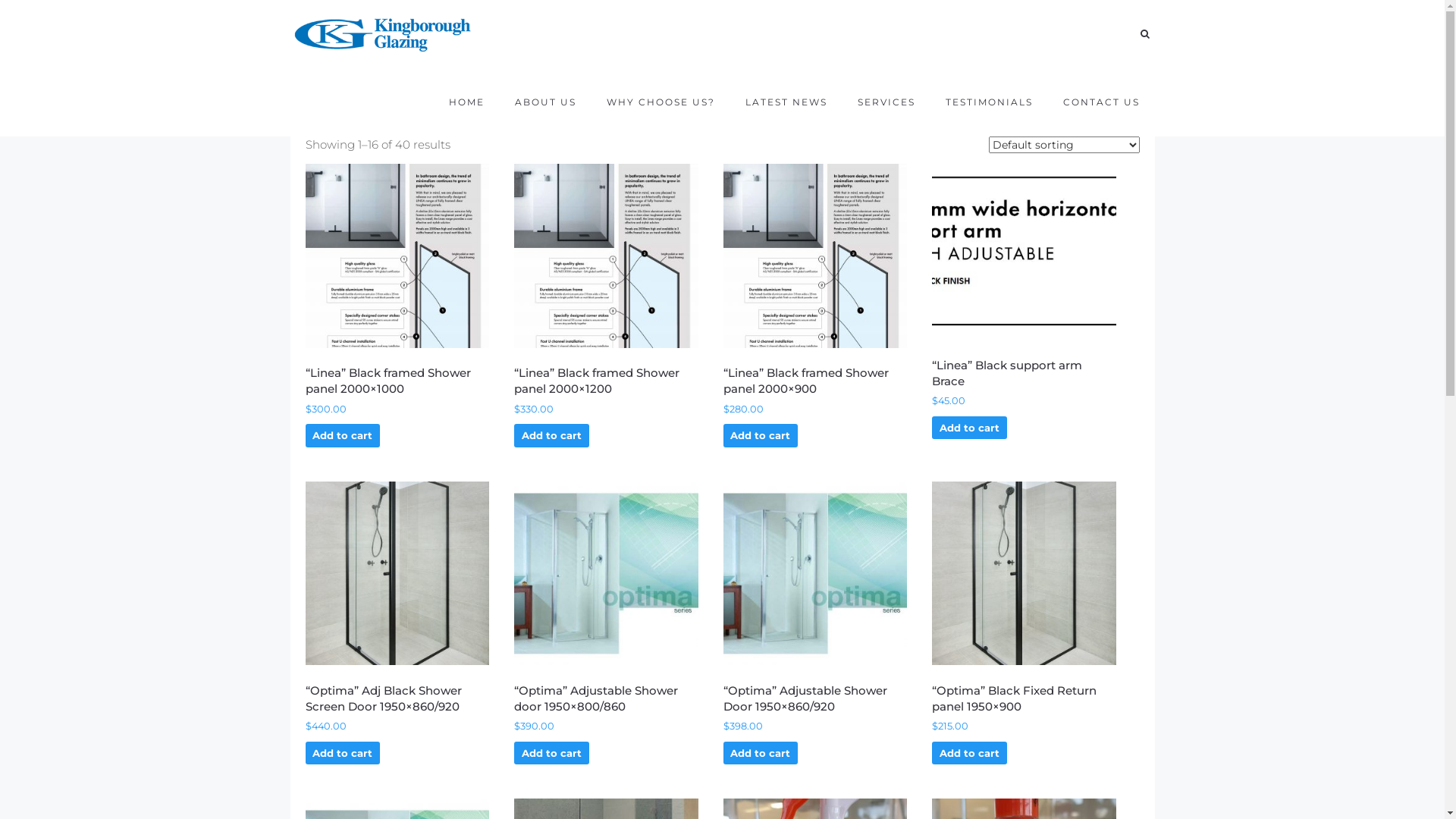 The image size is (1456, 819). What do you see at coordinates (886, 102) in the screenshot?
I see `'SERVICES'` at bounding box center [886, 102].